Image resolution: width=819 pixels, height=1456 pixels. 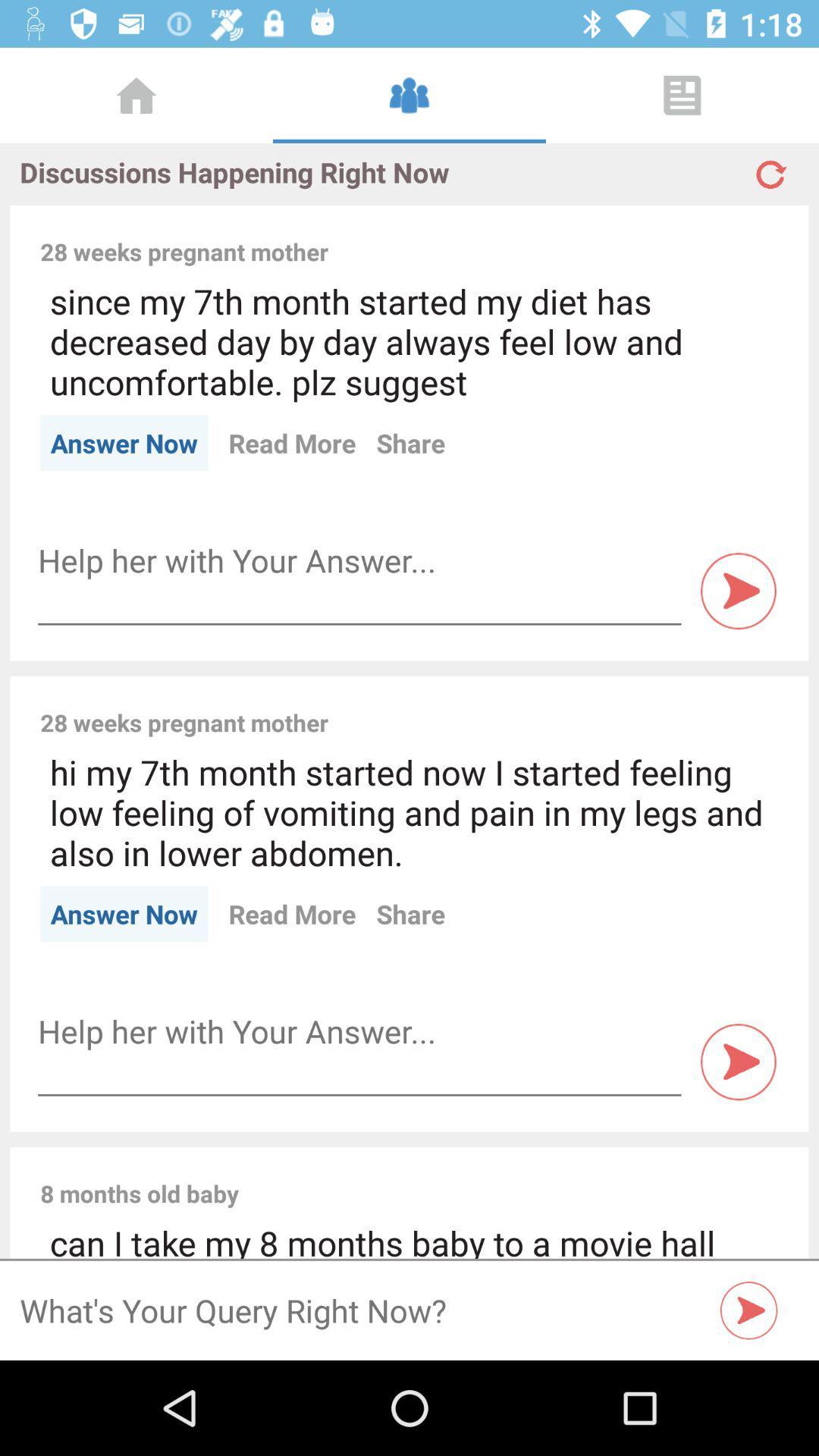 I want to click on search query, so click(x=748, y=1310).